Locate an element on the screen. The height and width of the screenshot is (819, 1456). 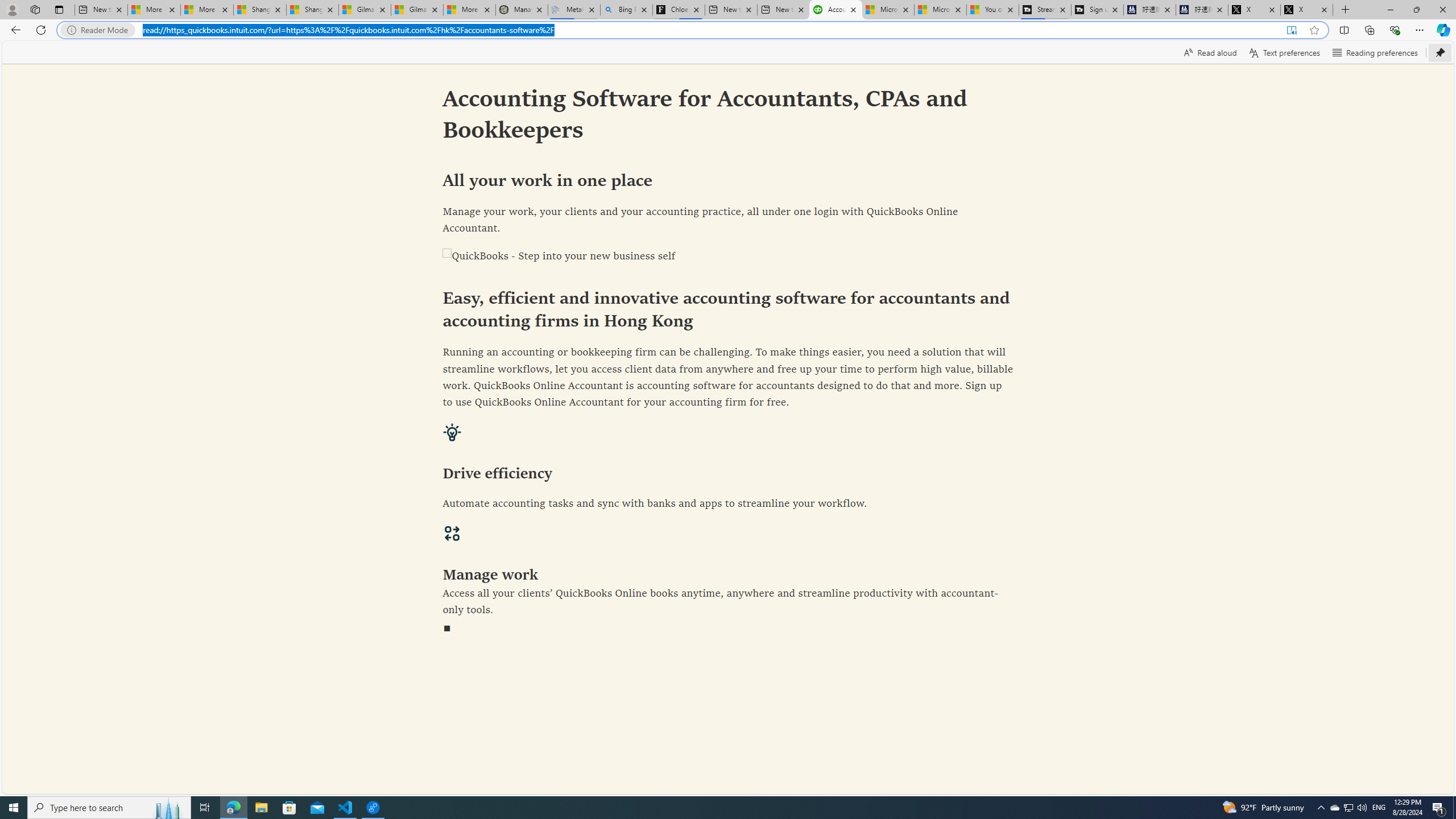
'Streaming Coverage | T3' is located at coordinates (1044, 9).